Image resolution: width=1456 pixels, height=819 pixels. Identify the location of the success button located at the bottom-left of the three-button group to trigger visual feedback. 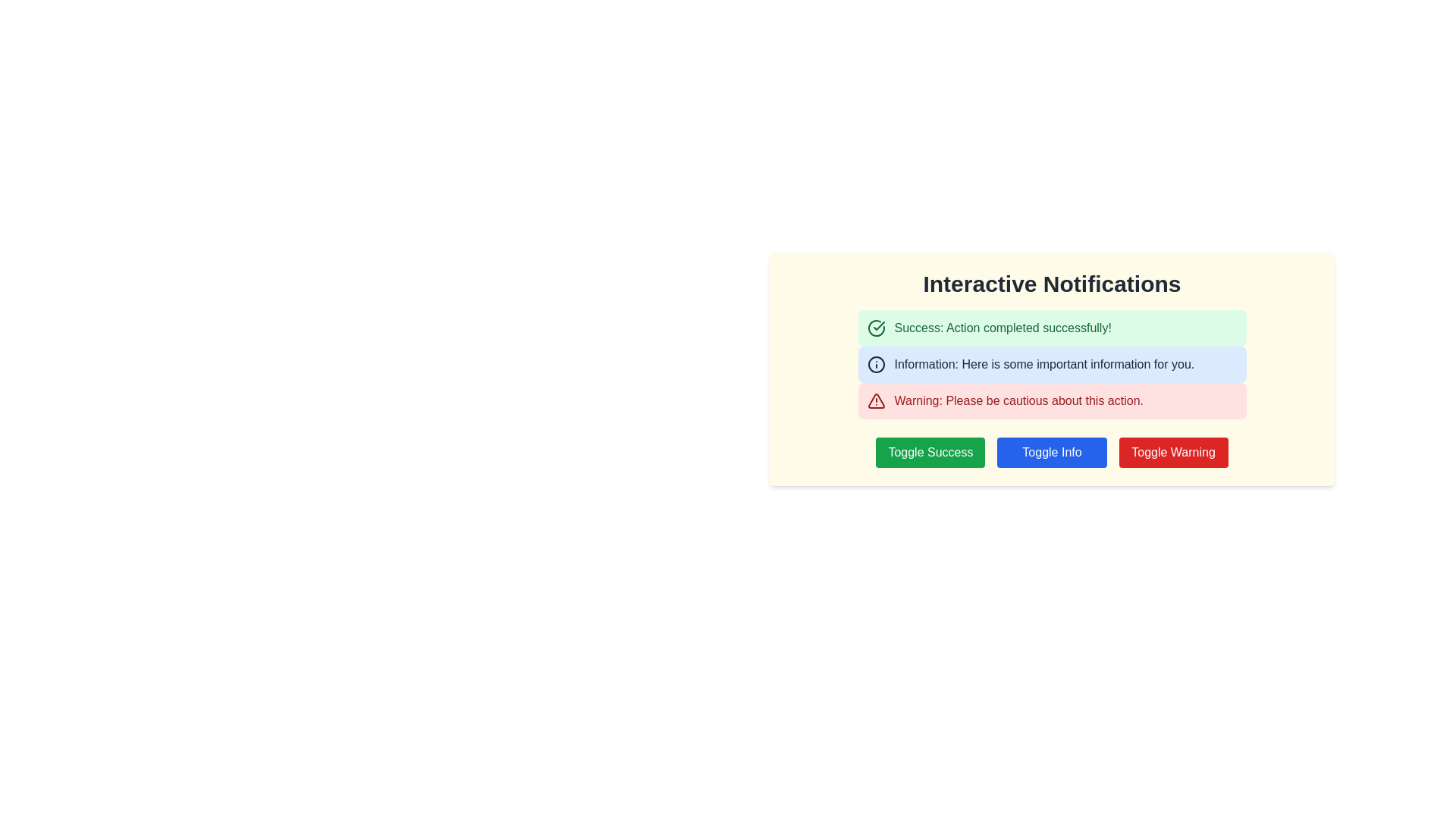
(930, 452).